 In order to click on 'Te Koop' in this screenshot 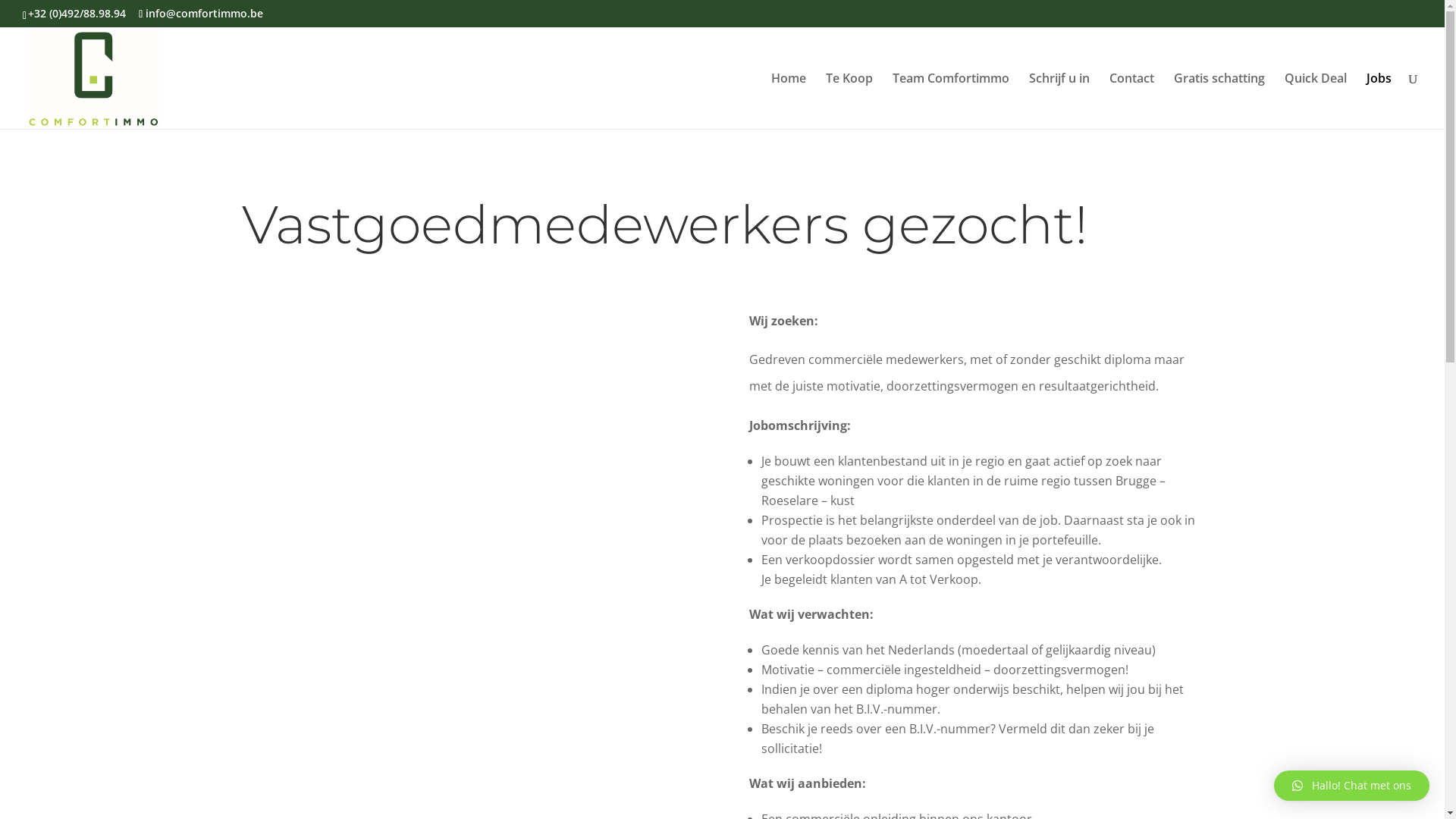, I will do `click(848, 100)`.